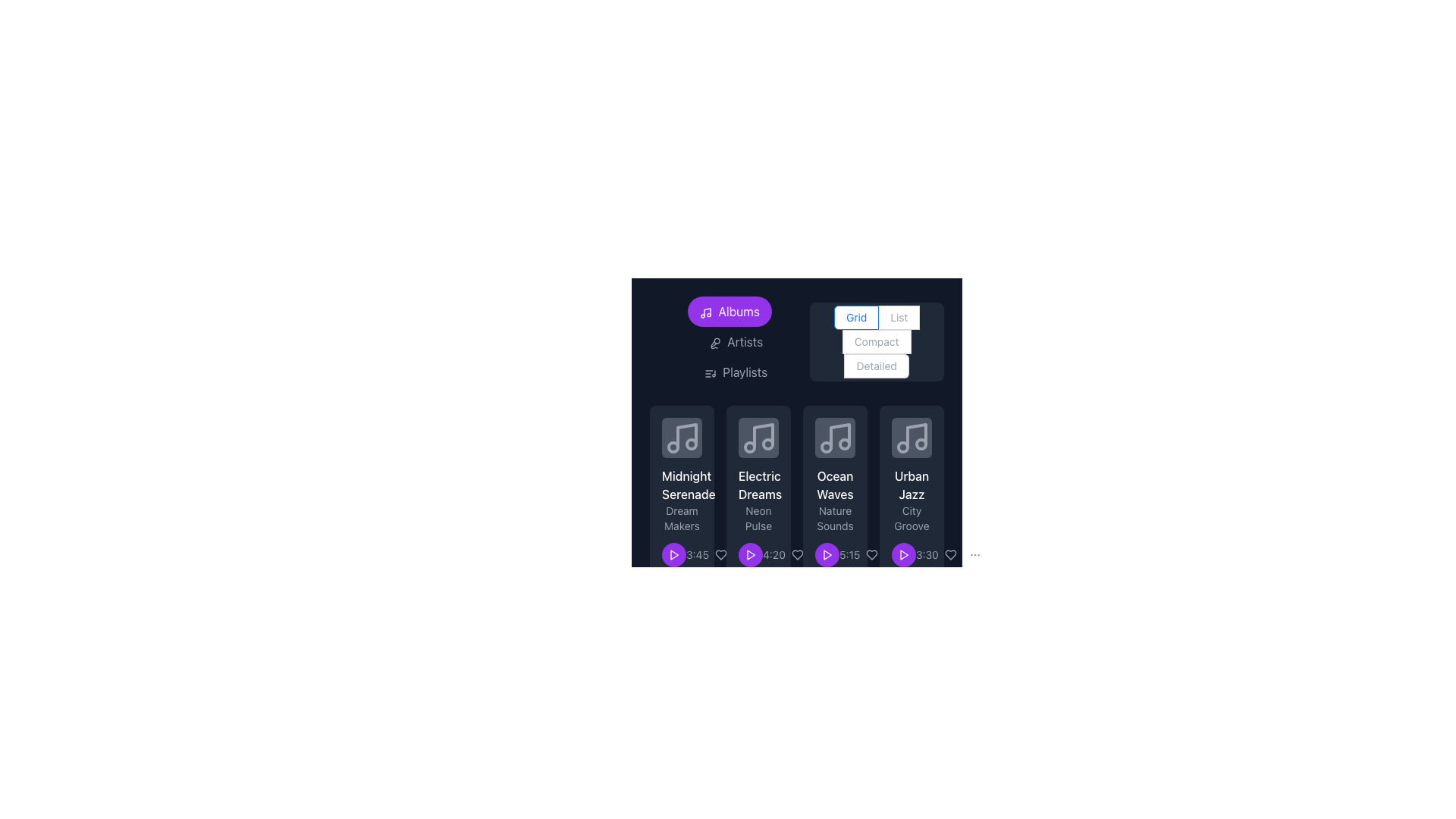 The width and height of the screenshot is (1456, 819). What do you see at coordinates (673, 555) in the screenshot?
I see `the play button for the media item 'Midnight Serenade'` at bounding box center [673, 555].